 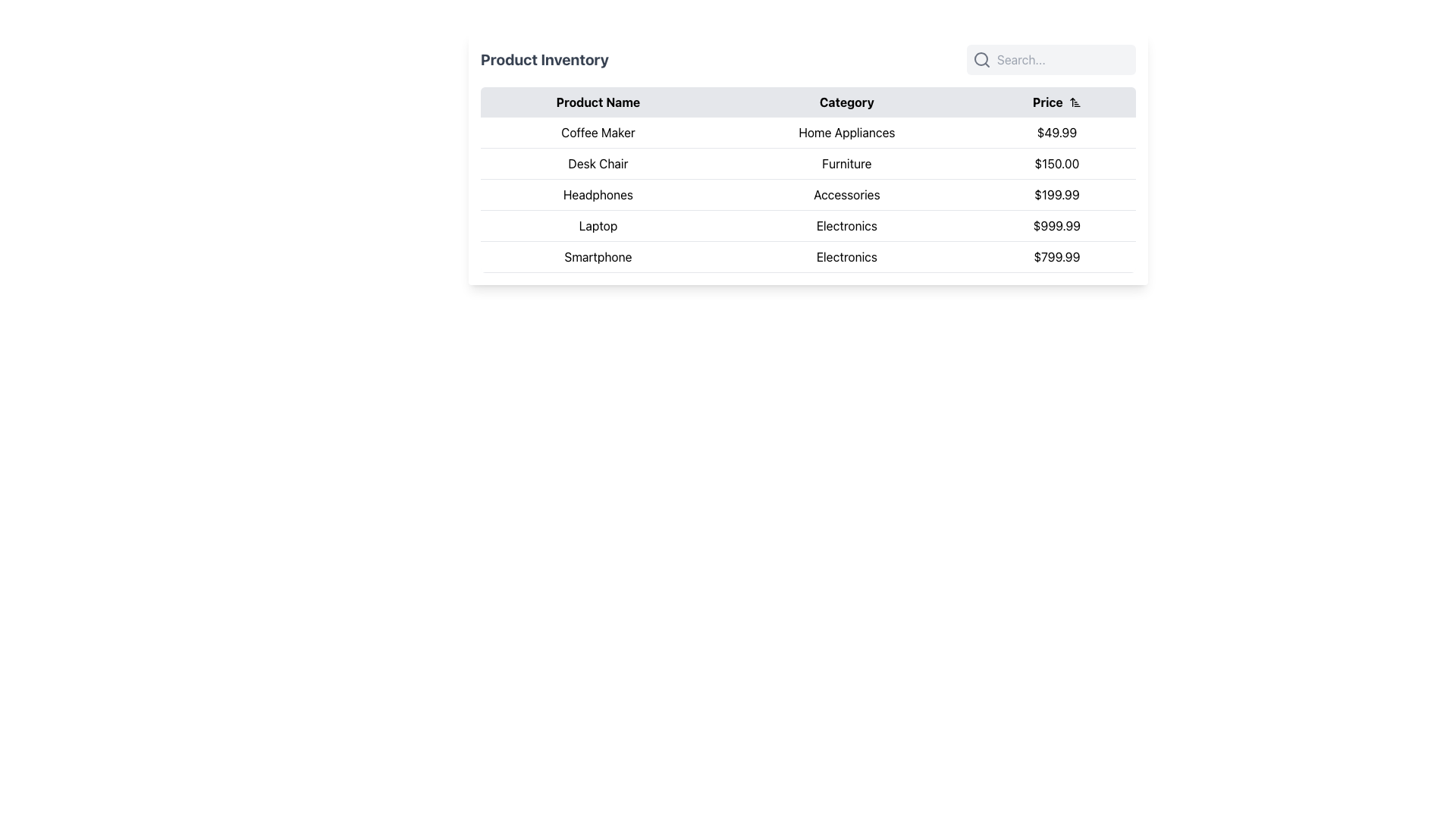 What do you see at coordinates (597, 132) in the screenshot?
I see `the 'Coffee Maker' text label located in the first row of the 'Product Name' column in the 'Product Inventory' table` at bounding box center [597, 132].